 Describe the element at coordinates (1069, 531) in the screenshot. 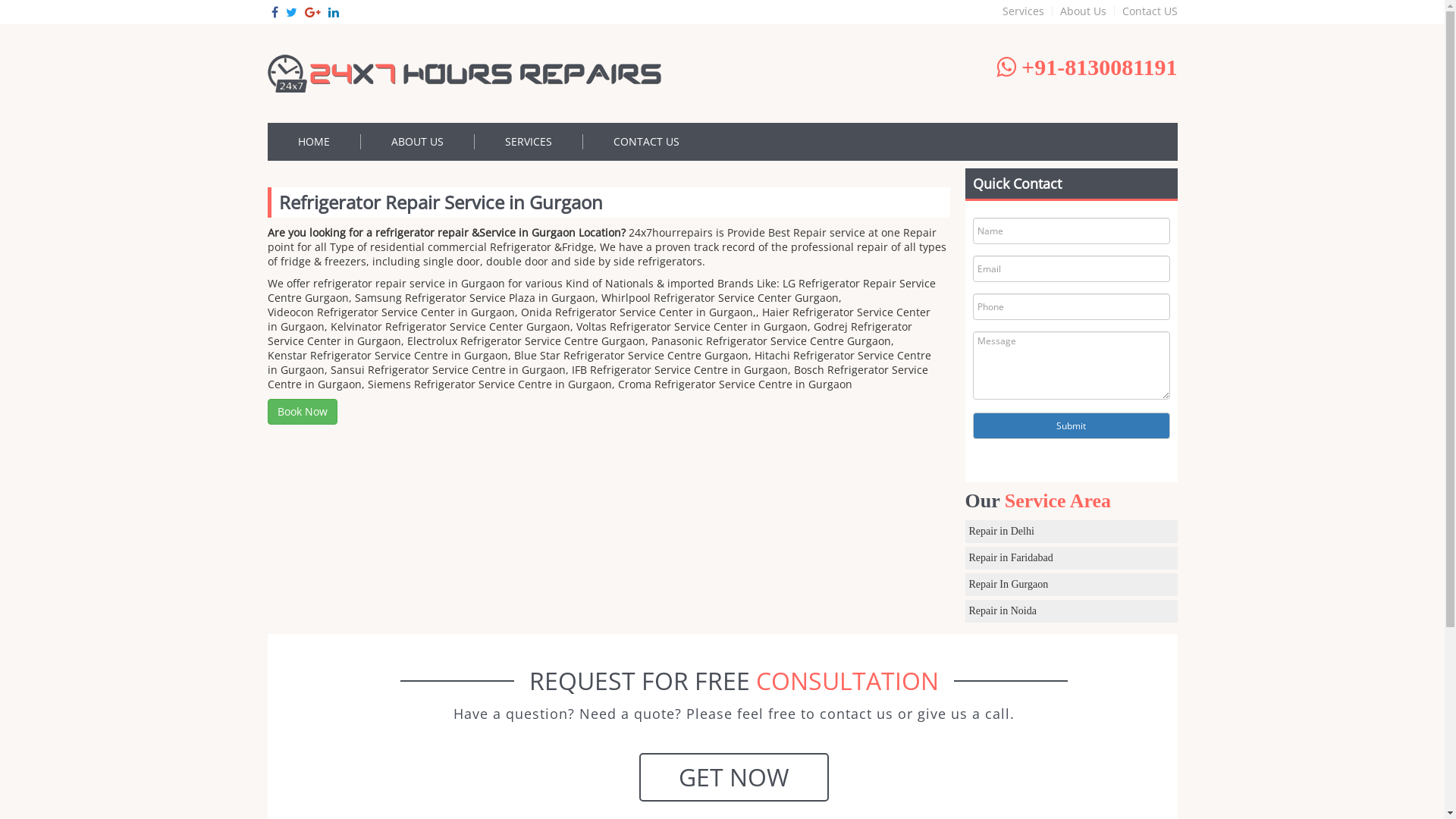

I see `'Repair in Delhi'` at that location.